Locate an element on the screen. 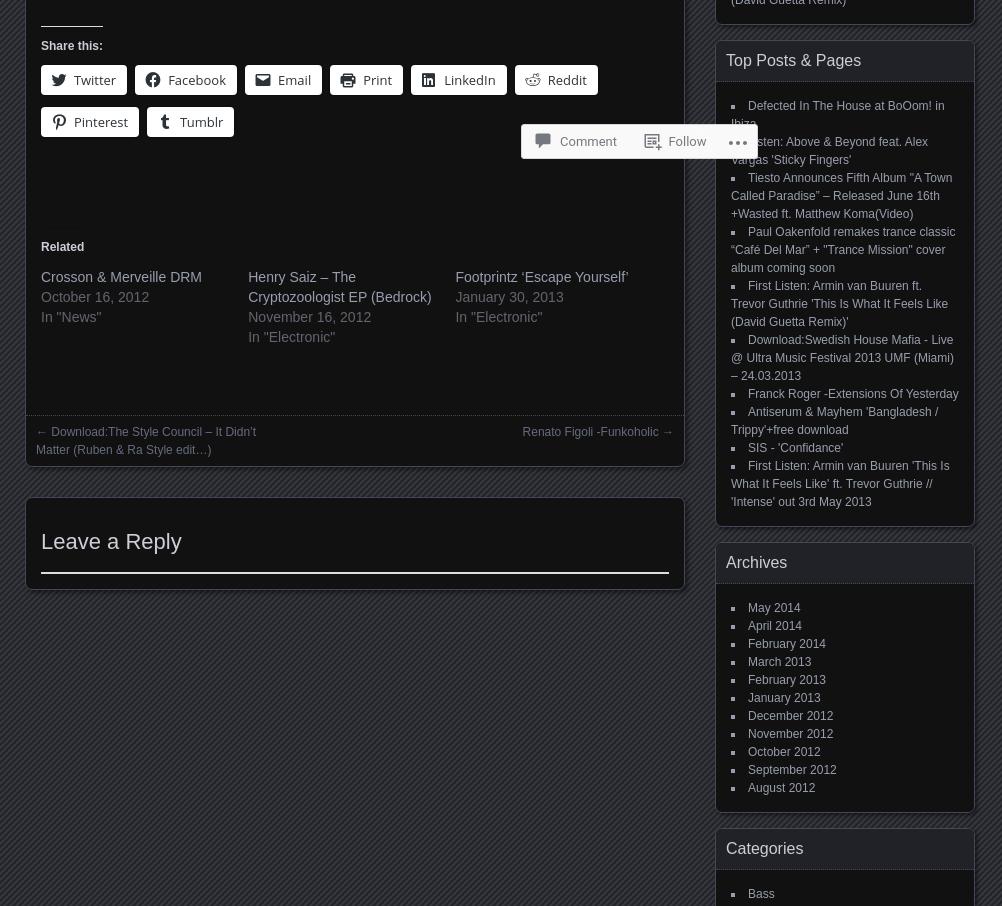  'Defected In The House at BoOom! in Ibiza' is located at coordinates (837, 113).